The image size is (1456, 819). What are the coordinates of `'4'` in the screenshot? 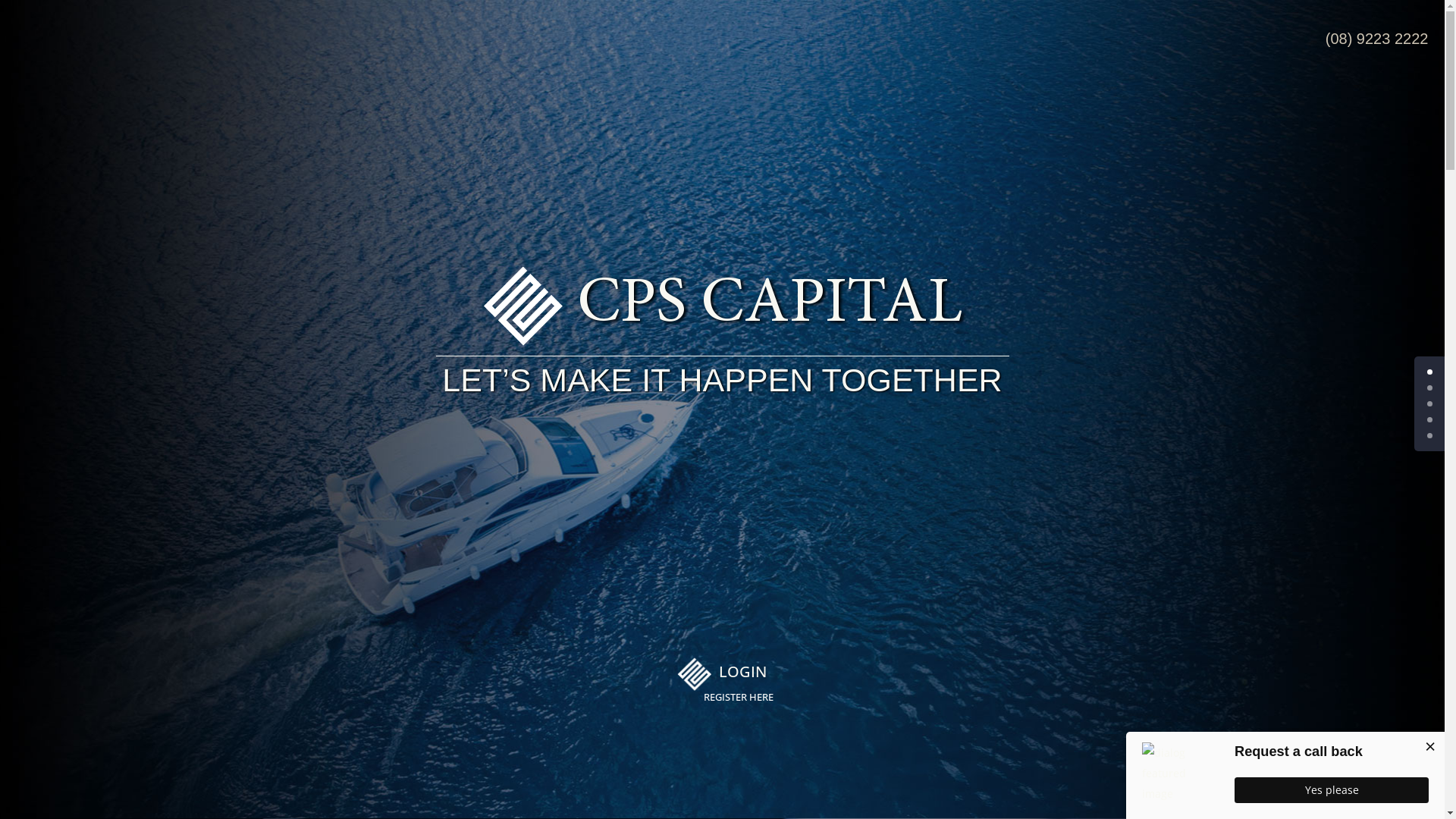 It's located at (1429, 435).